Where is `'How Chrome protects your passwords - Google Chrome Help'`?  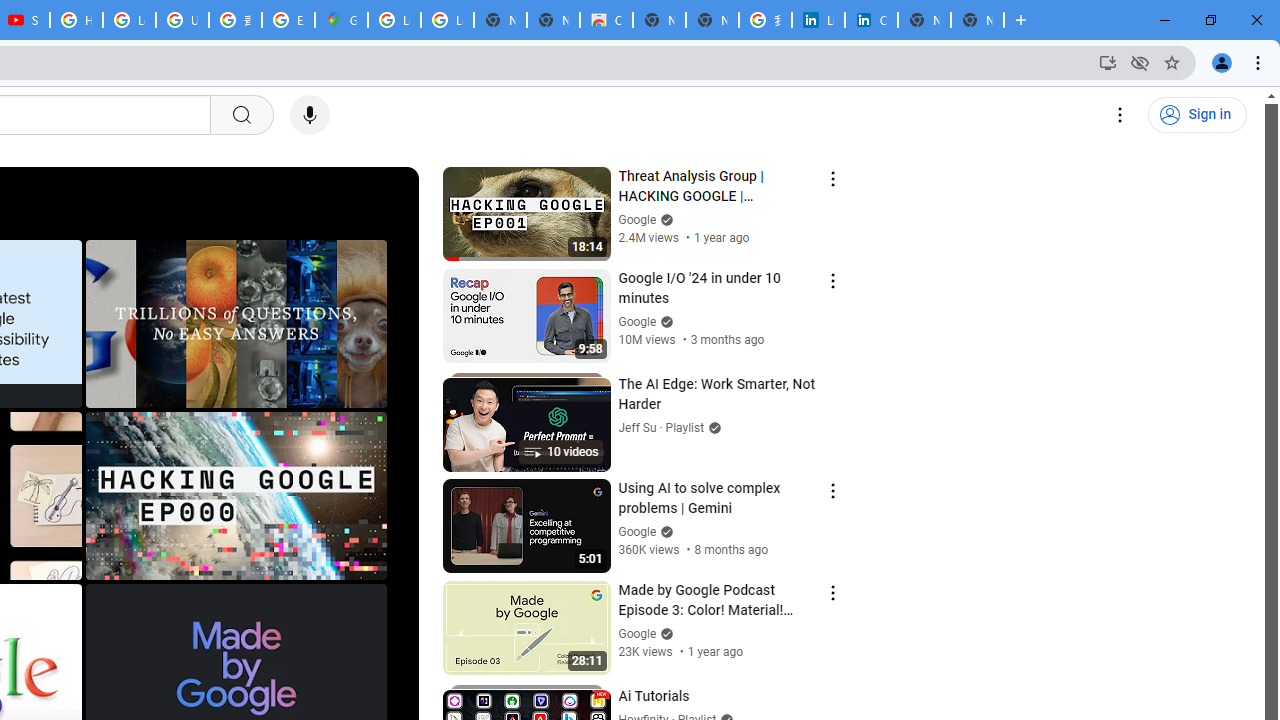 'How Chrome protects your passwords - Google Chrome Help' is located at coordinates (76, 20).